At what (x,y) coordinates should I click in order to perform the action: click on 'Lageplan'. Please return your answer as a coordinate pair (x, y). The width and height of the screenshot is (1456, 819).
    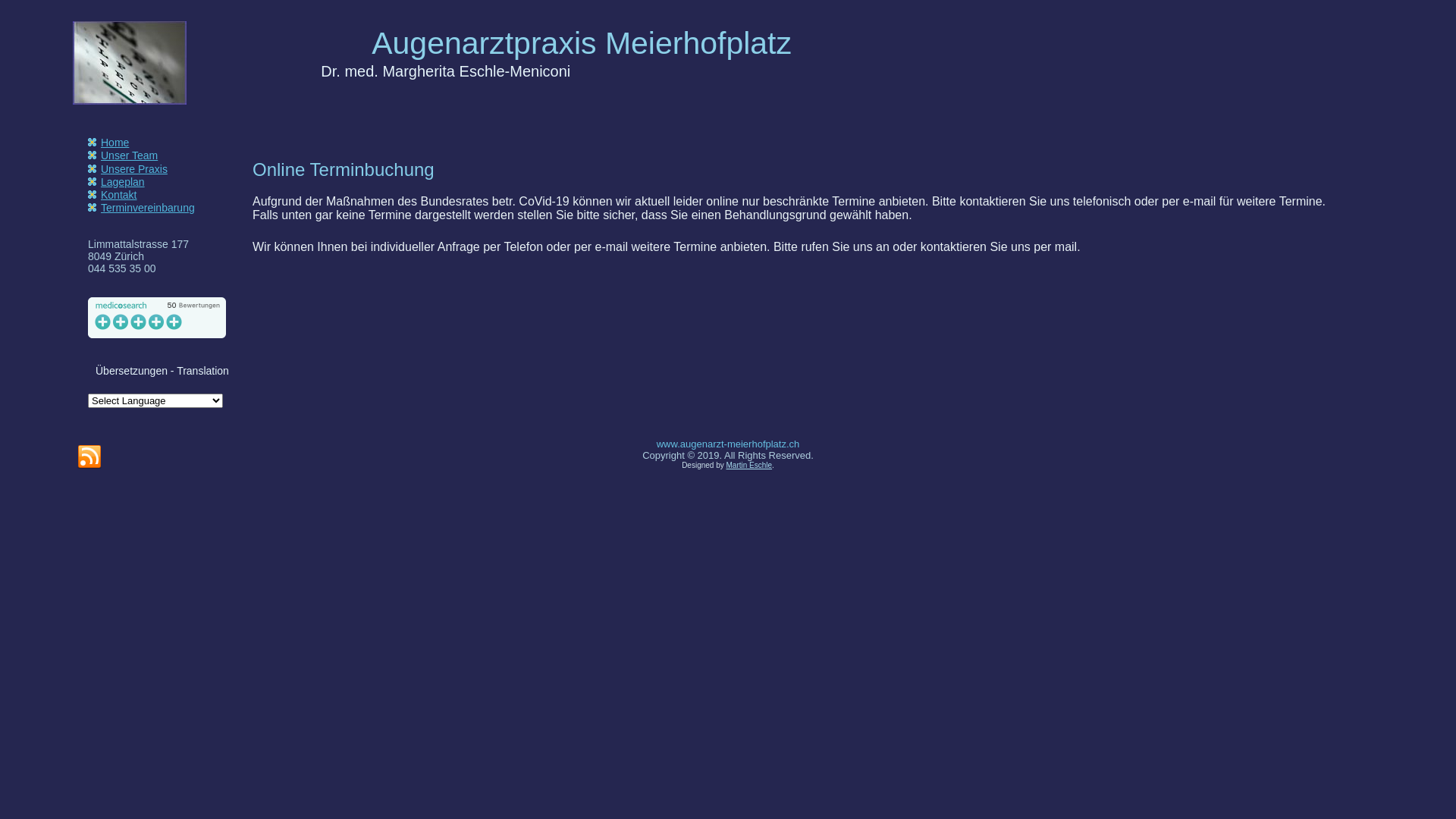
    Looking at the image, I should click on (123, 180).